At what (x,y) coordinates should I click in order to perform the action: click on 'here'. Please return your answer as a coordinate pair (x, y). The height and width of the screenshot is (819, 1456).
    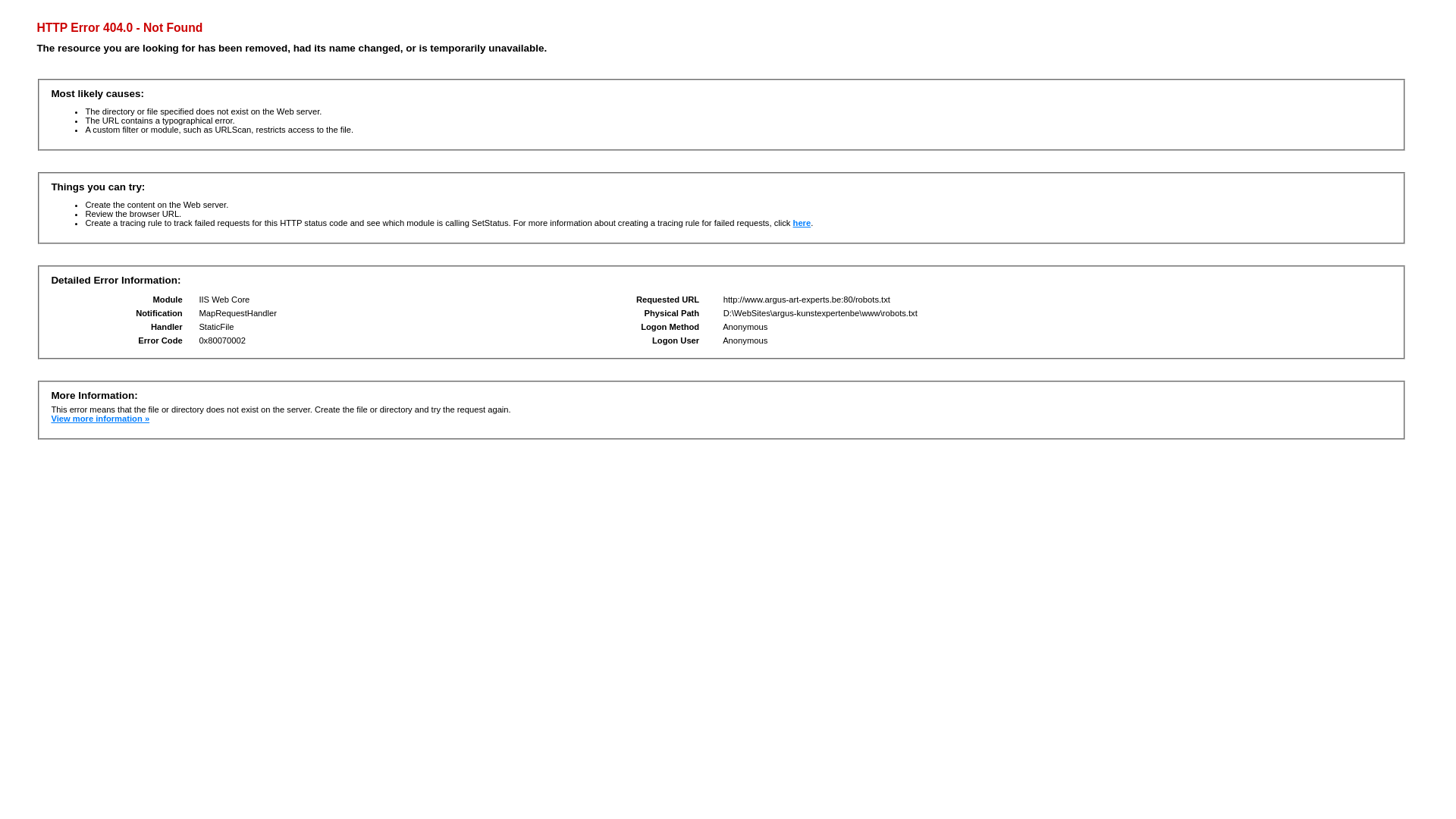
    Looking at the image, I should click on (801, 222).